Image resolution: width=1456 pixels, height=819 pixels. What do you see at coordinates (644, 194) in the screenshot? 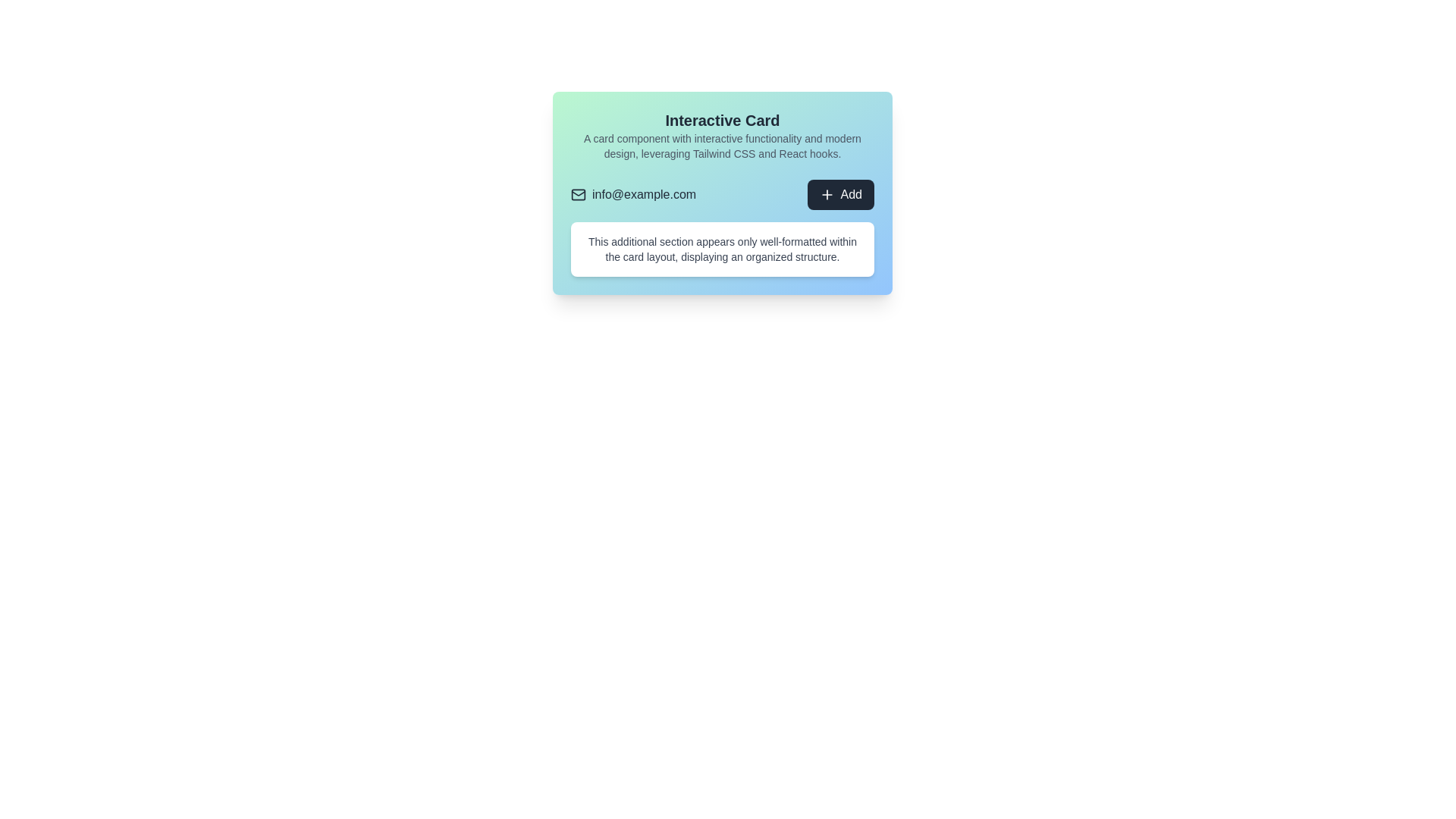
I see `the text display element that shows 'info@example.com', which is located next to an envelope icon and above the 'Add' button` at bounding box center [644, 194].